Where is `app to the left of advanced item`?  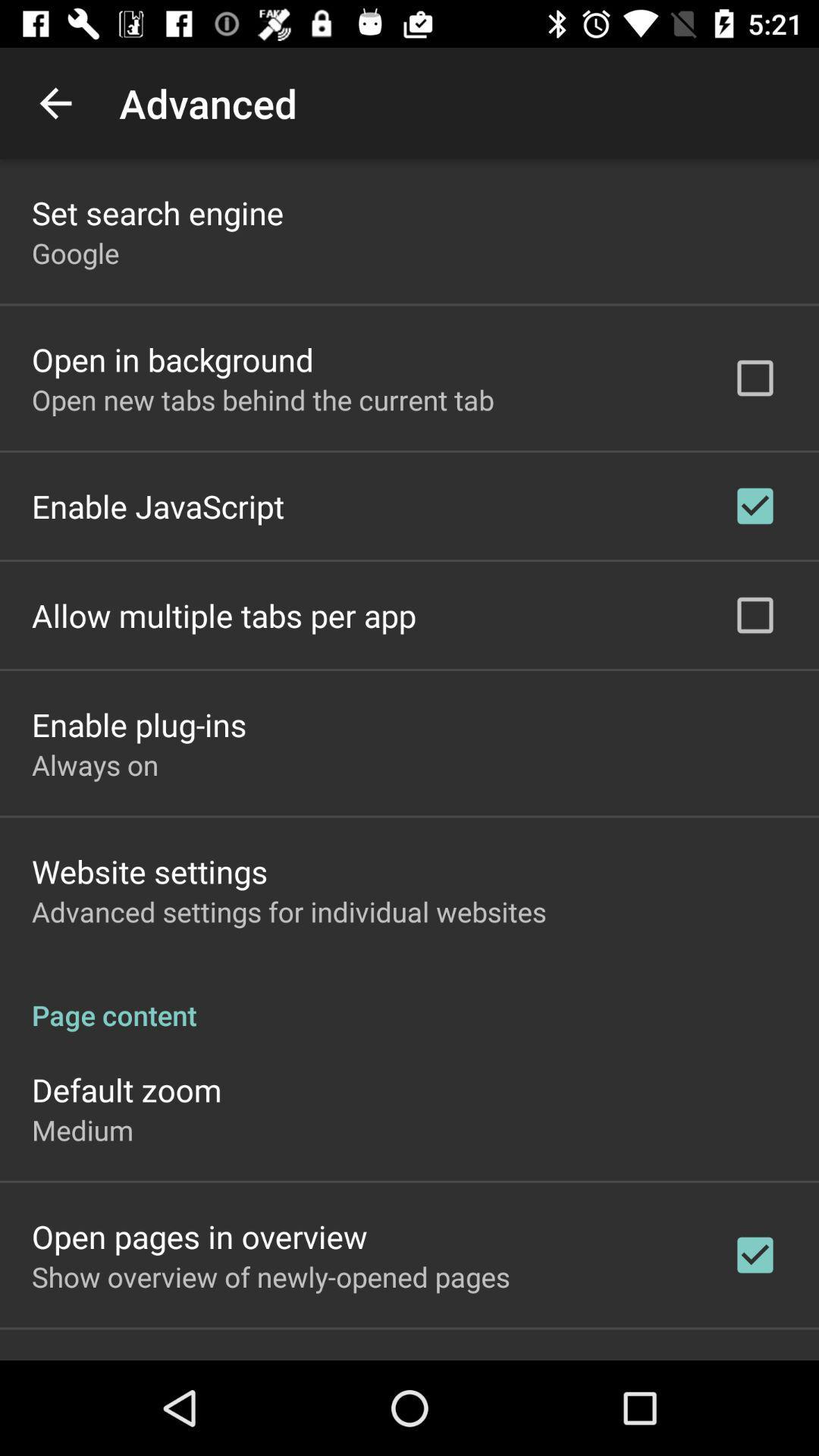 app to the left of advanced item is located at coordinates (55, 102).